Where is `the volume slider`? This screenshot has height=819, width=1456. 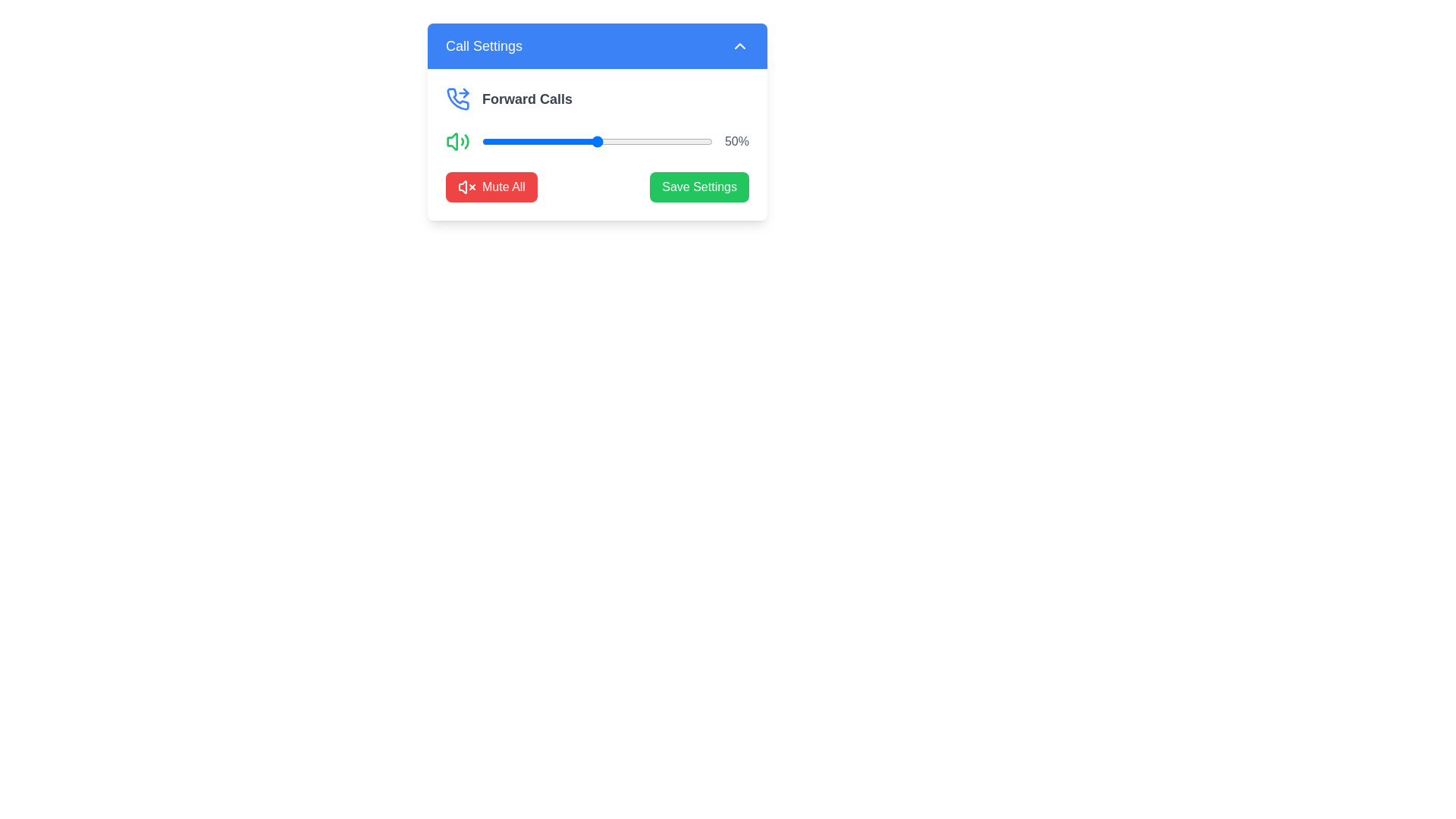 the volume slider is located at coordinates (539, 141).